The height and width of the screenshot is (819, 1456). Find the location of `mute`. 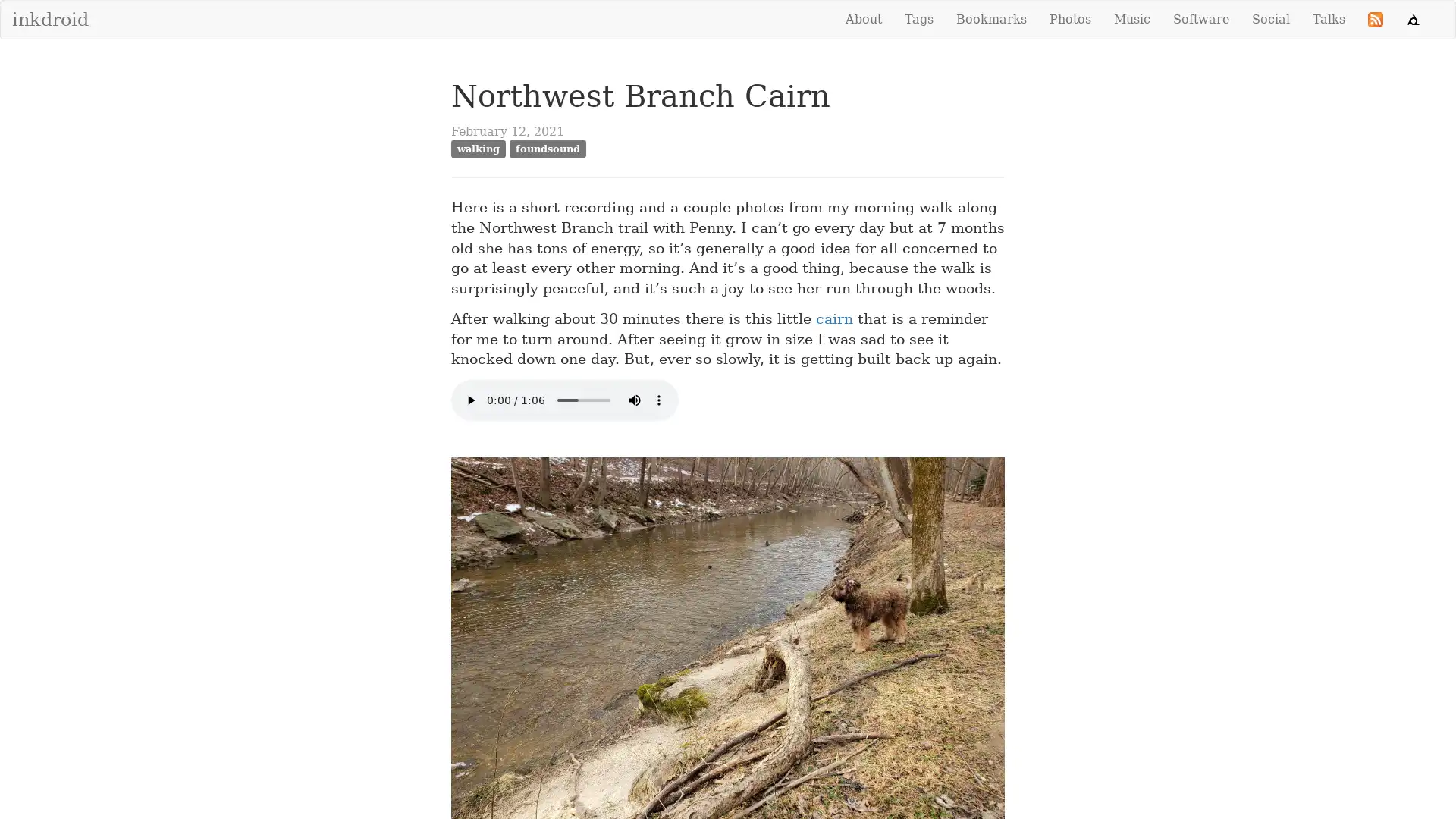

mute is located at coordinates (634, 400).